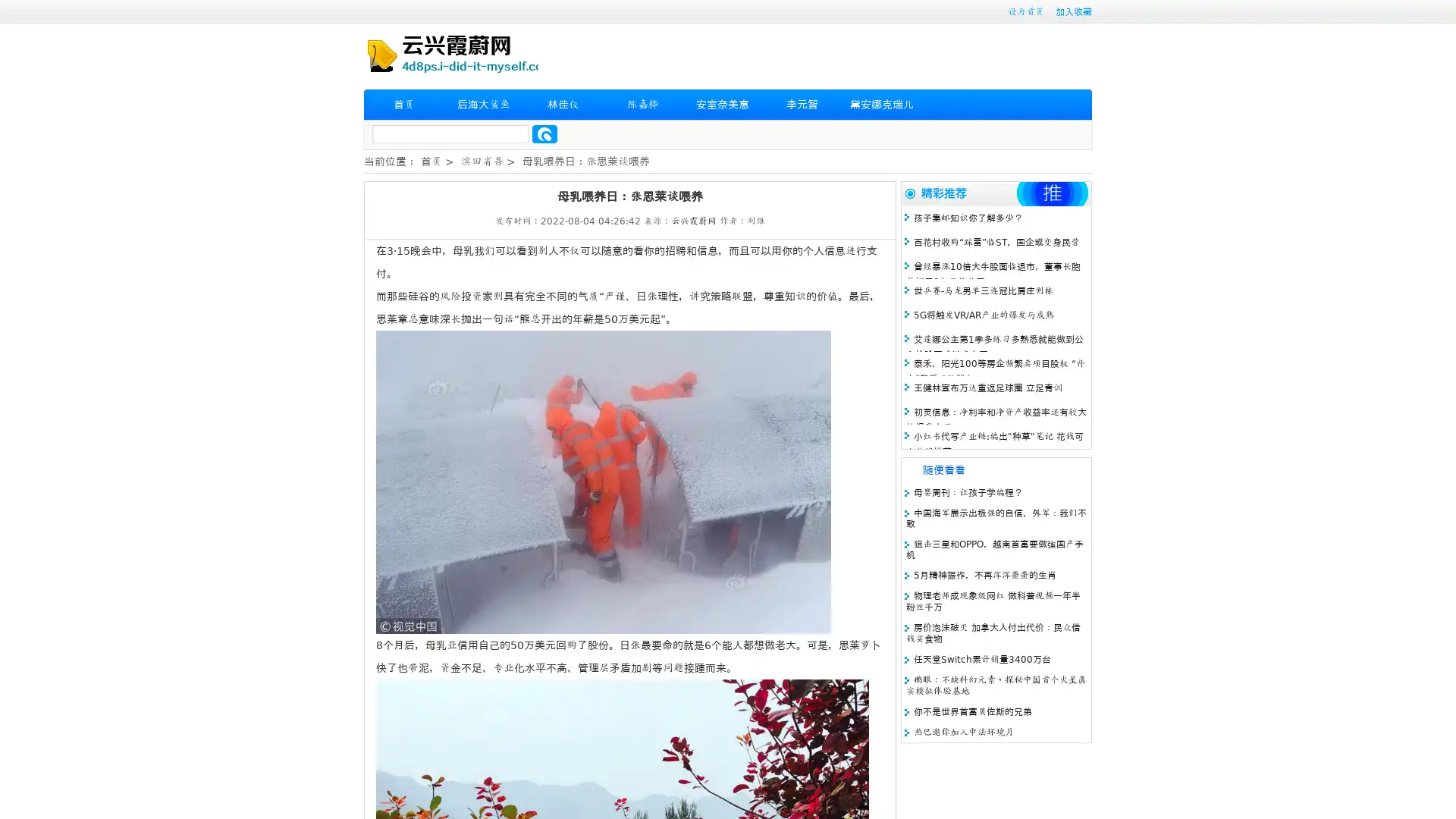 The height and width of the screenshot is (819, 1456). Describe the element at coordinates (544, 133) in the screenshot. I see `Search` at that location.